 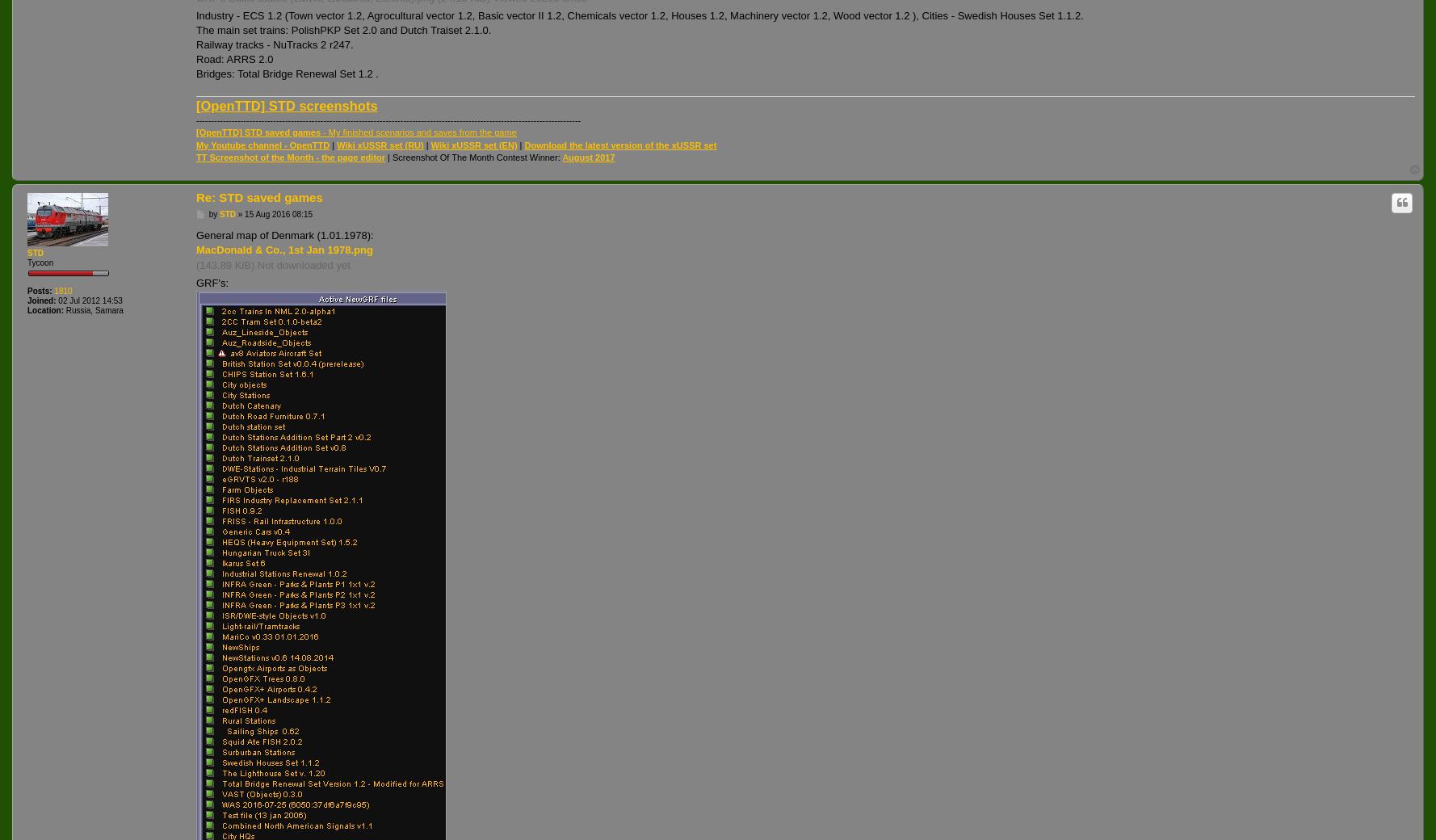 I want to click on '1810', so click(x=62, y=290).